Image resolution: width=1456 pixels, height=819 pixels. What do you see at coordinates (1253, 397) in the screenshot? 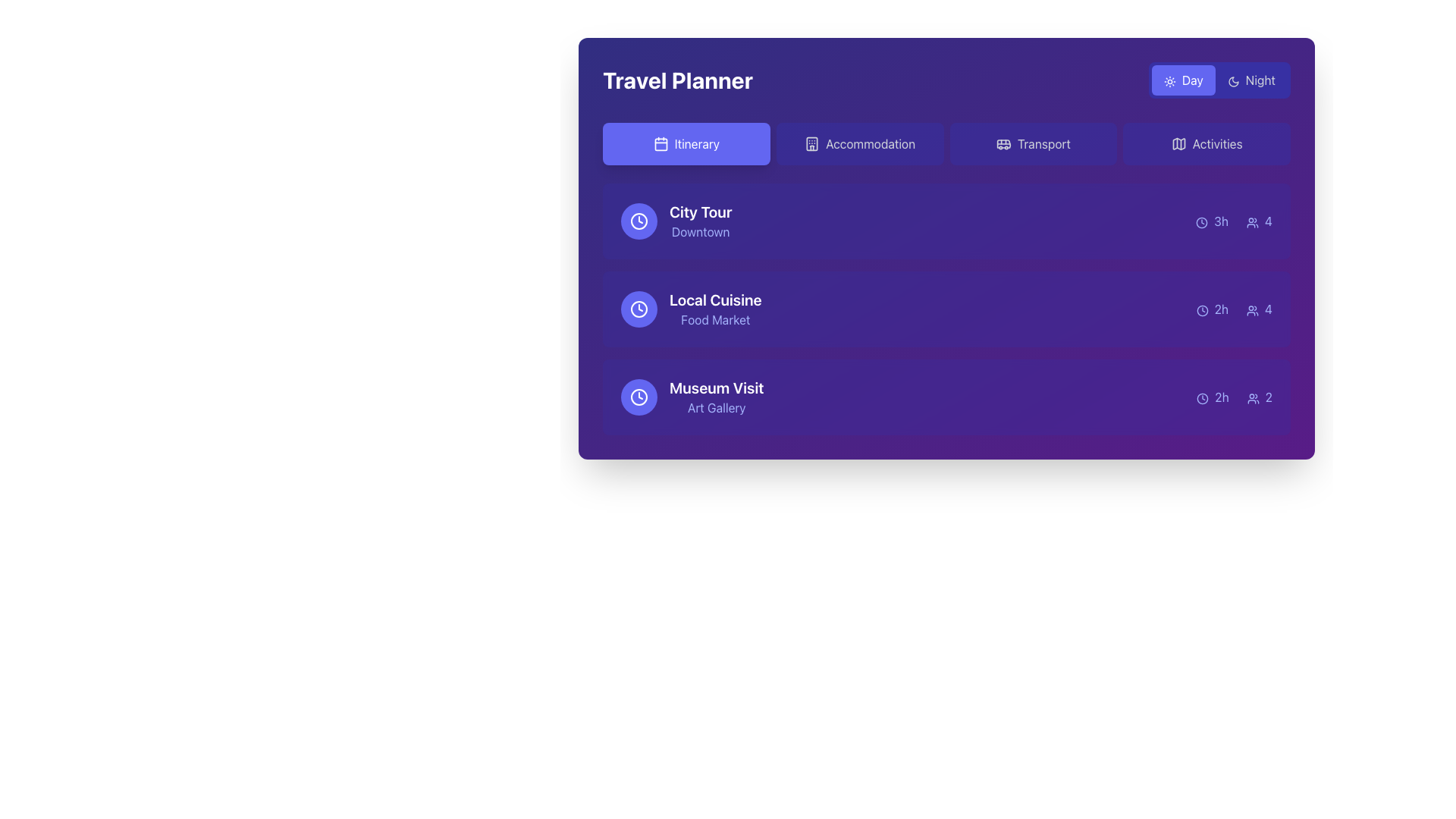
I see `the icon representing user participants associated with the 'Museum Visit' itinerary item, located at the bottom right of the third item in the list, next to the count '2'` at bounding box center [1253, 397].